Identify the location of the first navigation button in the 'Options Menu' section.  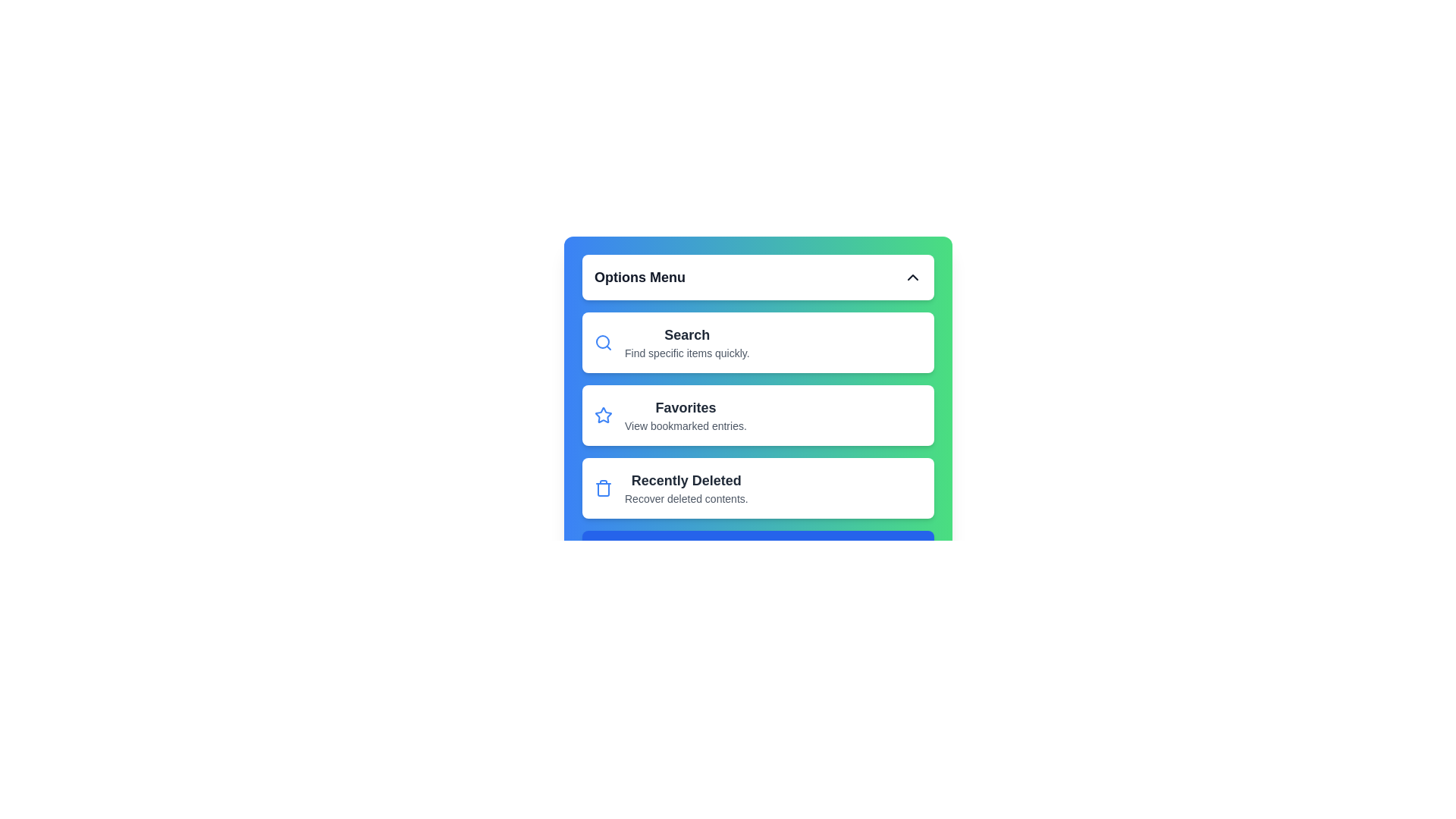
(758, 342).